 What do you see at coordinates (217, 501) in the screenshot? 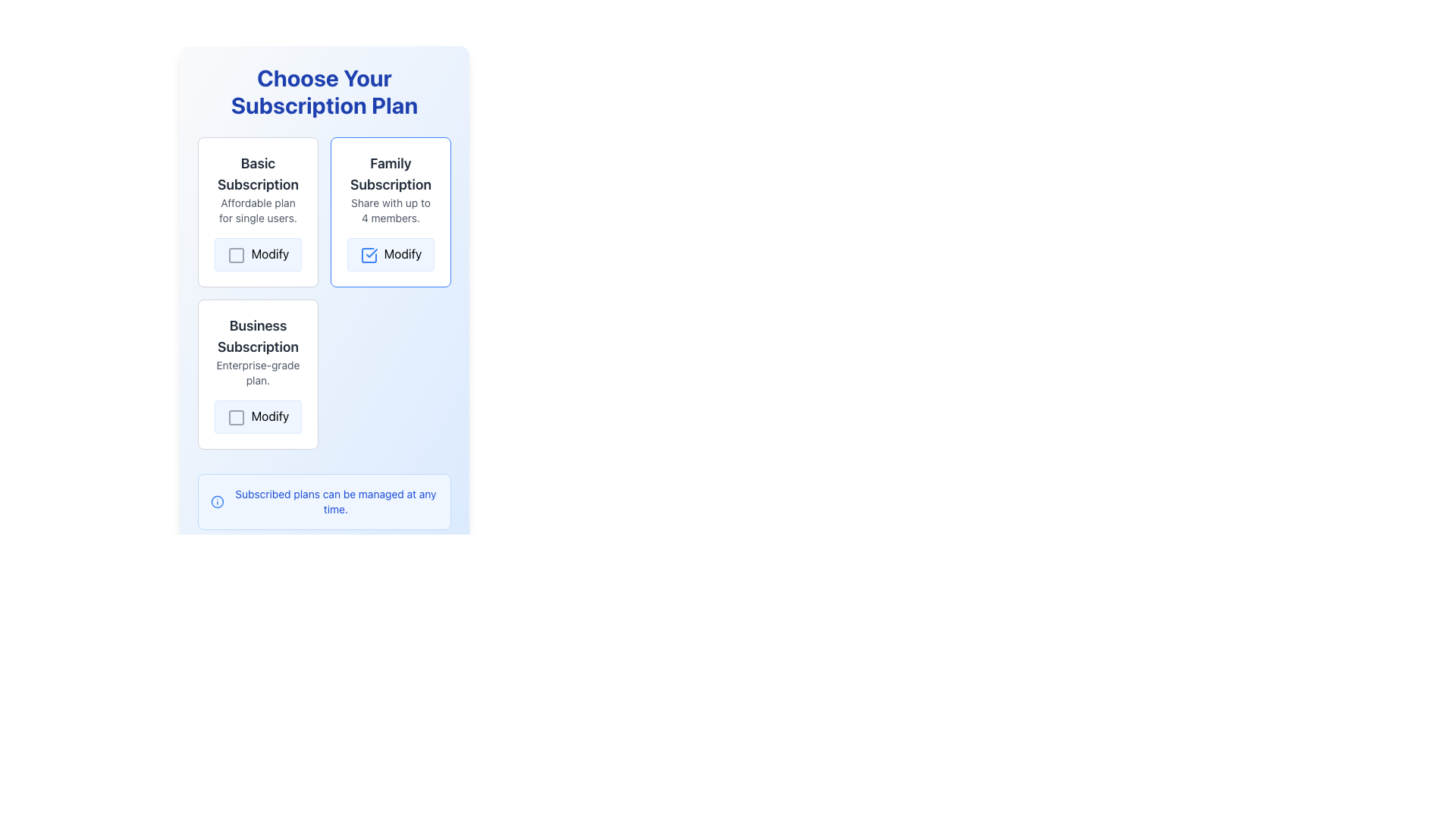
I see `the small circular blue 'info' icon located to the left of the text 'Subscribed plans can be managed at any time.' in the notification panel` at bounding box center [217, 501].